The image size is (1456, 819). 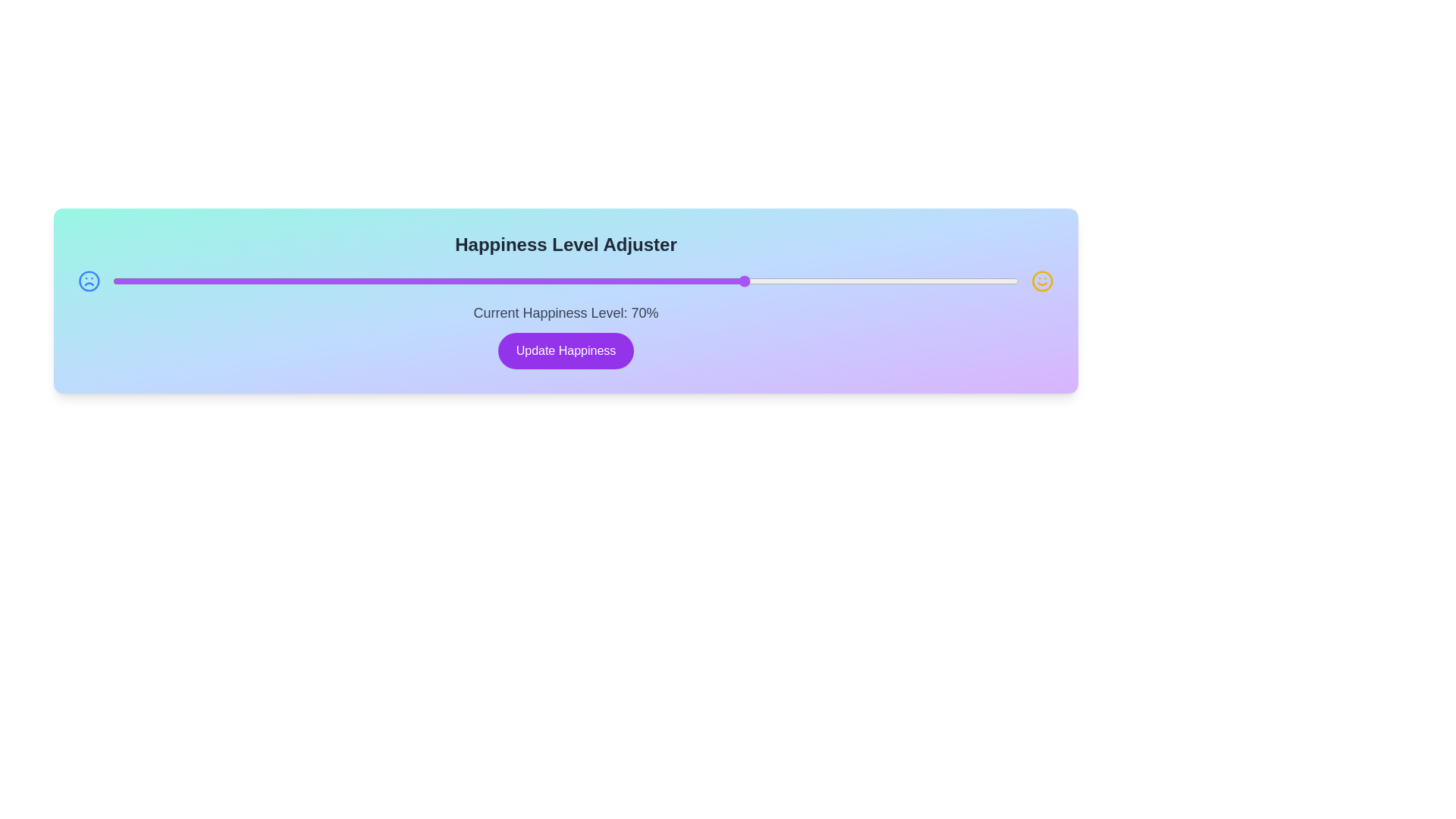 What do you see at coordinates (230, 281) in the screenshot?
I see `the happiness level to 13% by moving the slider` at bounding box center [230, 281].